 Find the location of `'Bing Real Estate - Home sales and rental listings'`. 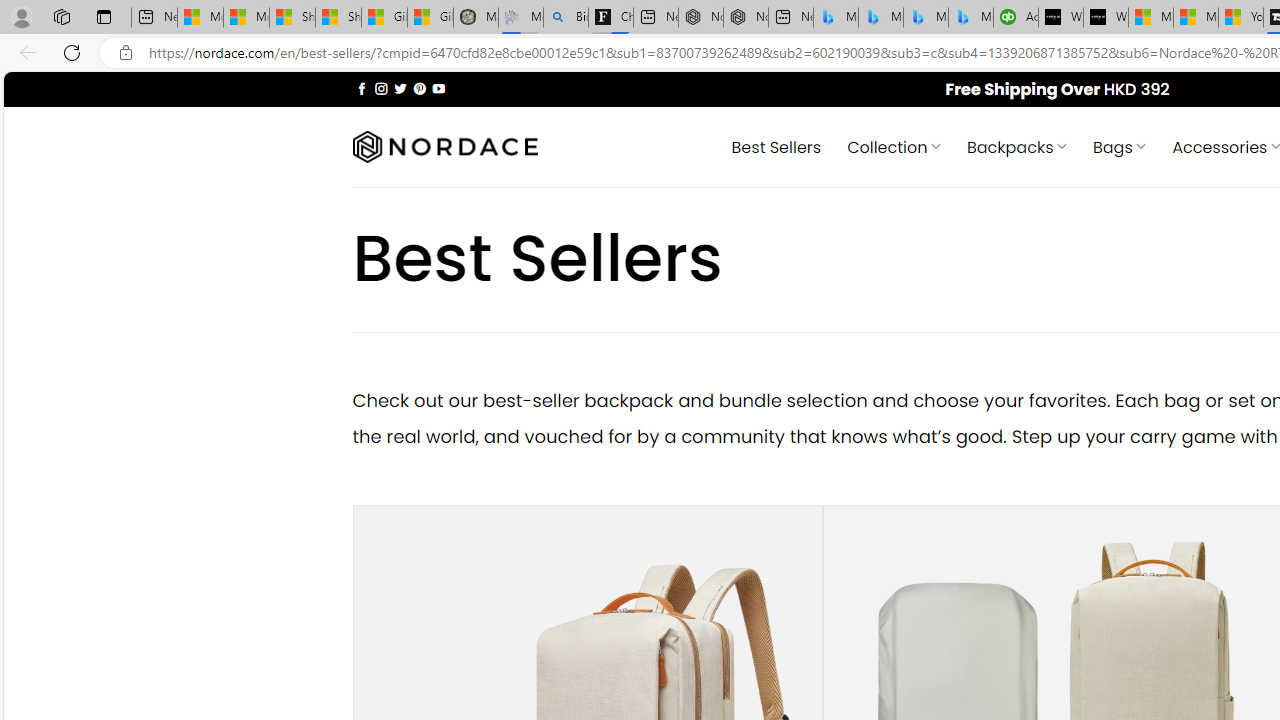

'Bing Real Estate - Home sales and rental listings' is located at coordinates (564, 17).